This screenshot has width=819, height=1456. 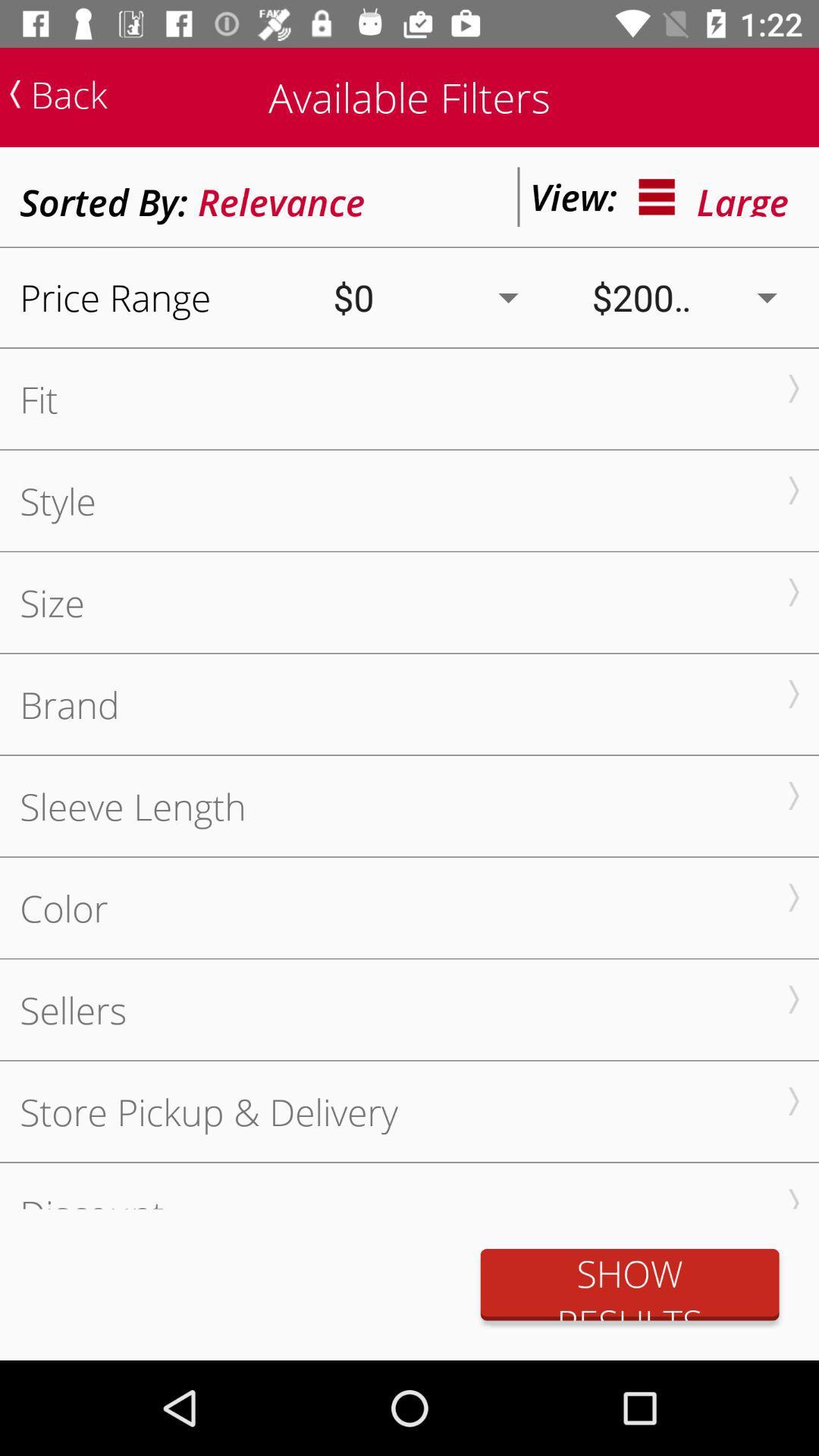 What do you see at coordinates (792, 999) in the screenshot?
I see `the button on the right next to the sellers button on the web page` at bounding box center [792, 999].